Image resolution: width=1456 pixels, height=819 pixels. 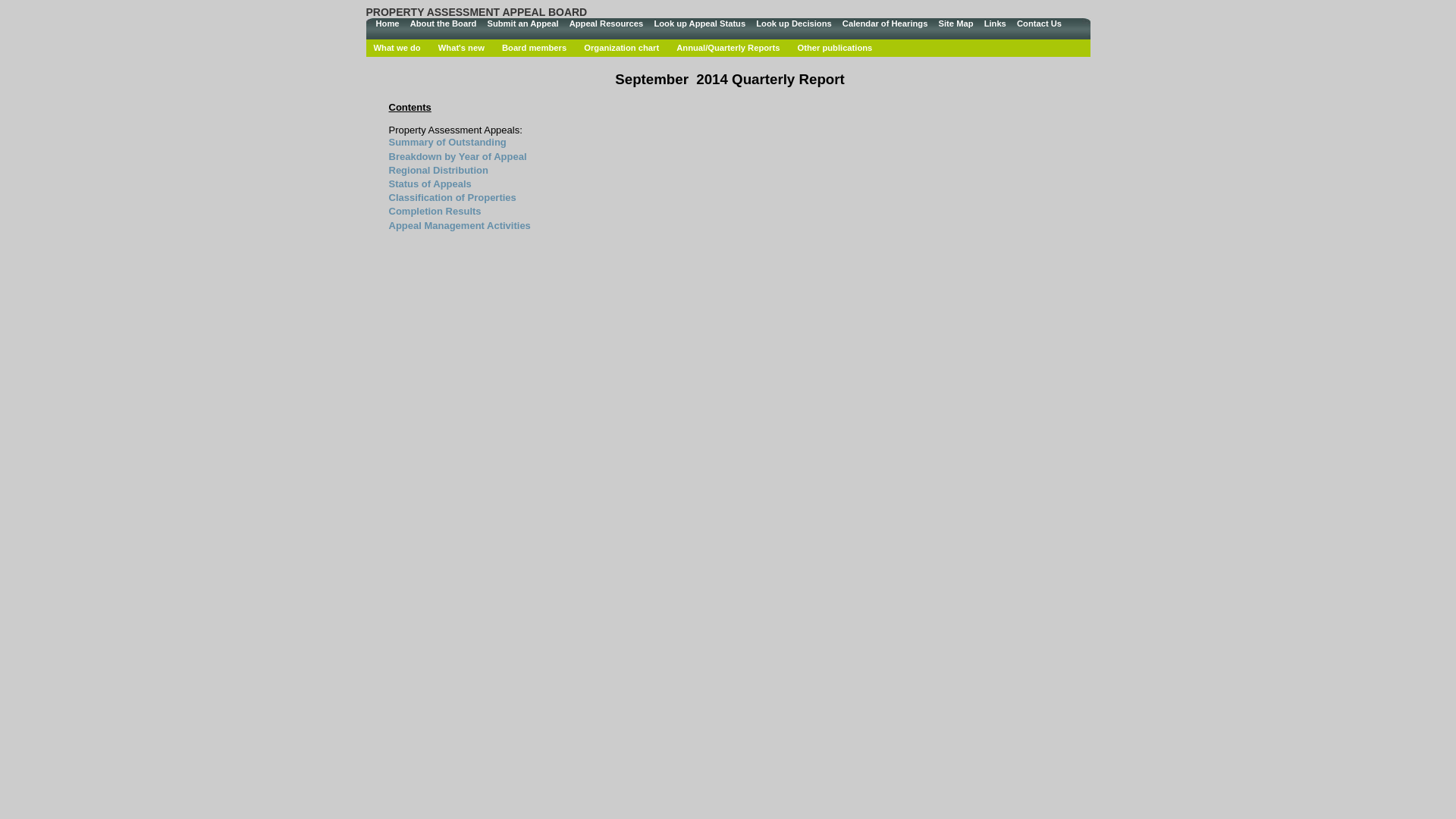 What do you see at coordinates (995, 24) in the screenshot?
I see `'Links'` at bounding box center [995, 24].